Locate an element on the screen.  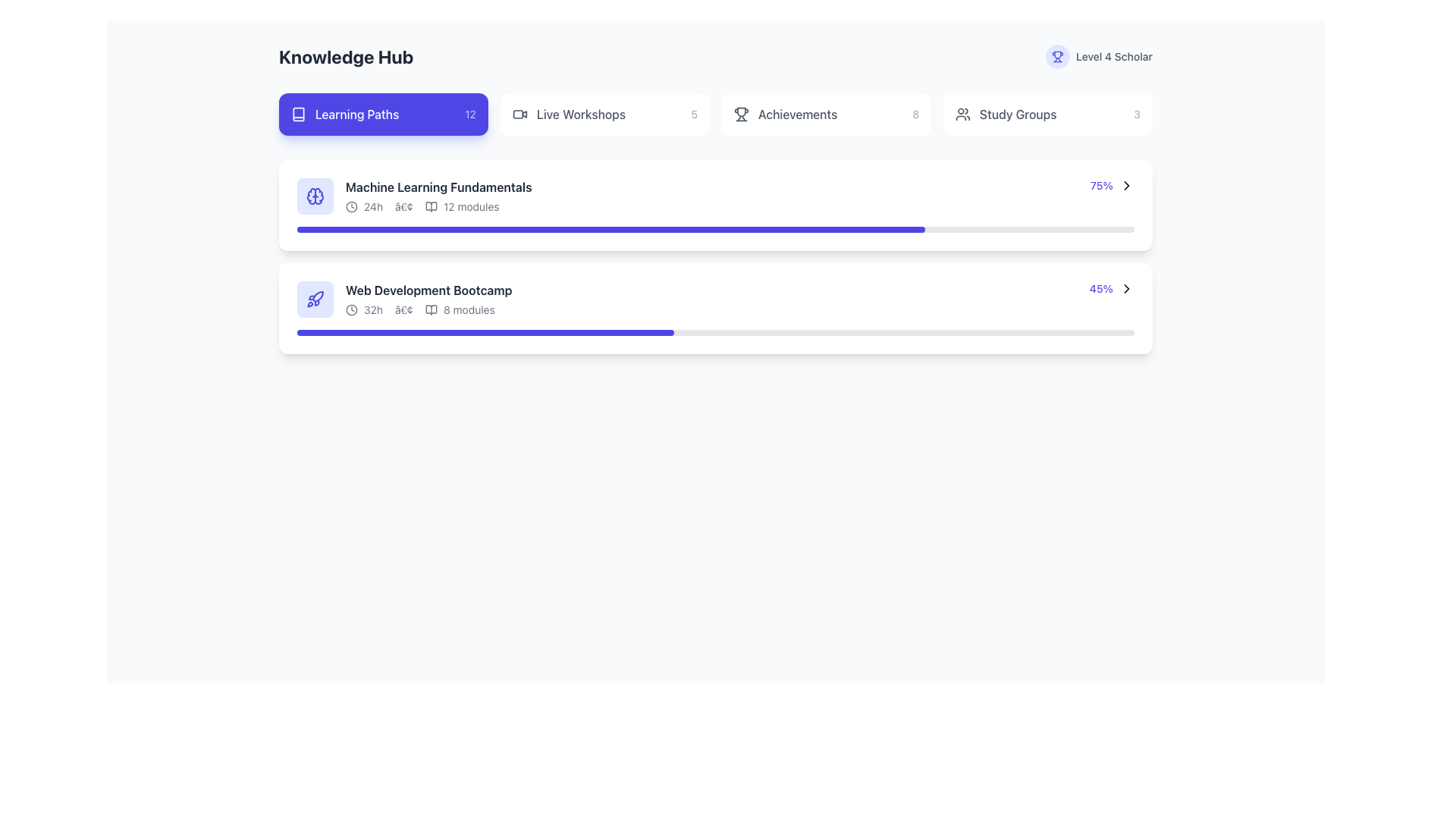
the 'Machine Learning Fundamentals' text block is located at coordinates (438, 195).